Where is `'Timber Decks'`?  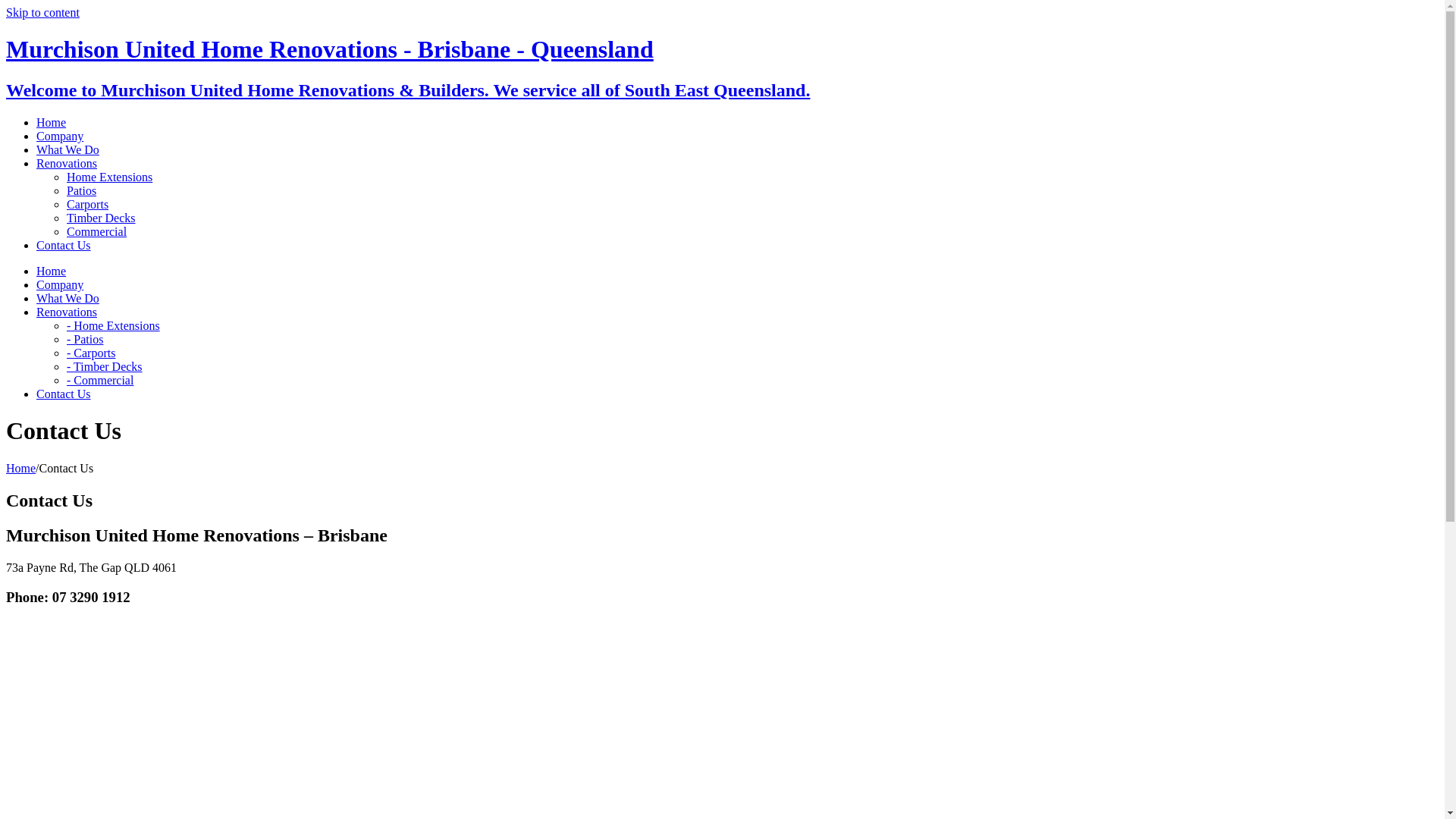
'Timber Decks' is located at coordinates (100, 218).